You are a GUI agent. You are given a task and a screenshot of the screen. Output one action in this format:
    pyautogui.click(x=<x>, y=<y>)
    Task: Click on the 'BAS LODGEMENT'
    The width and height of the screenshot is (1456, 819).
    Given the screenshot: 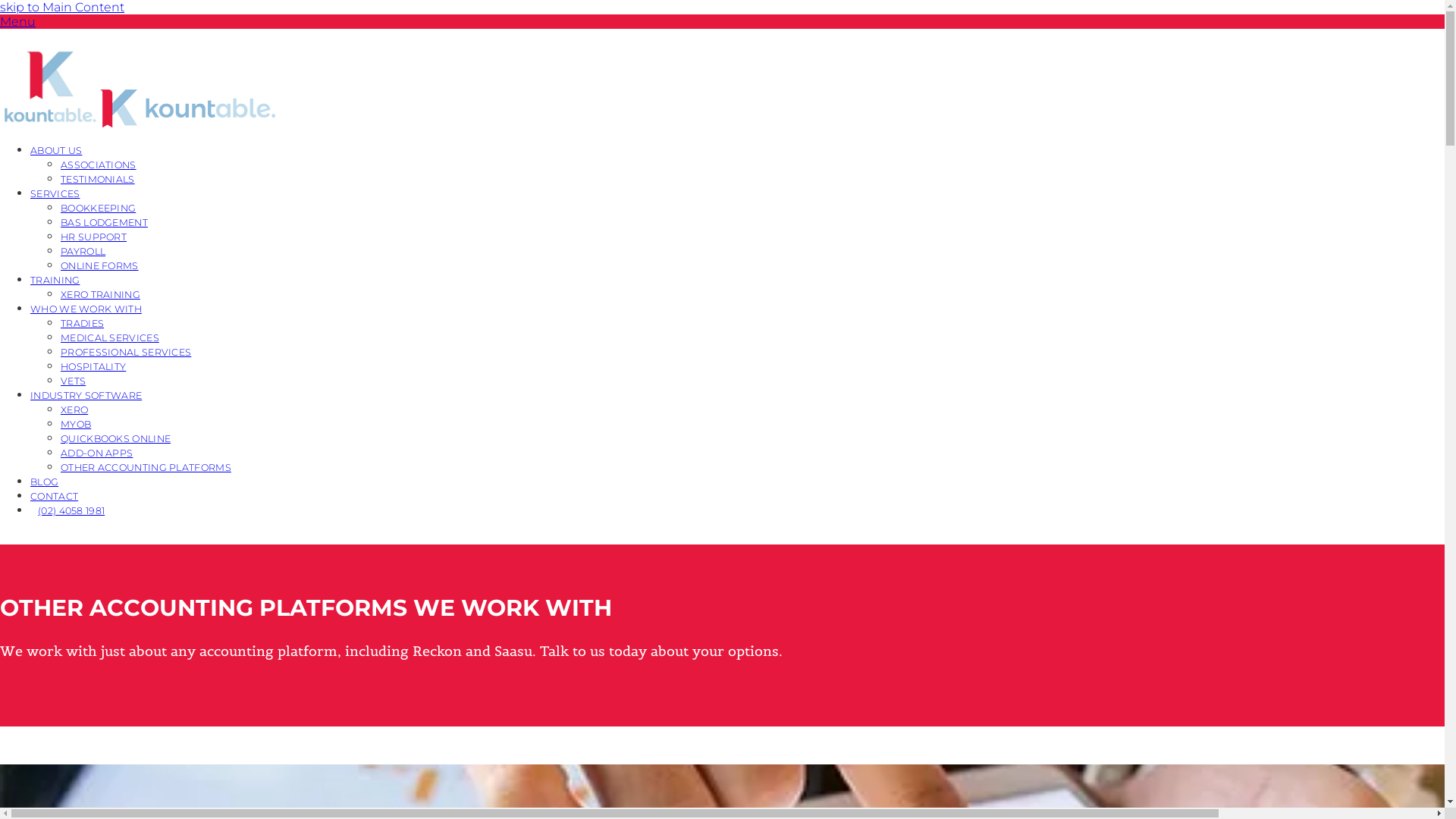 What is the action you would take?
    pyautogui.click(x=103, y=221)
    